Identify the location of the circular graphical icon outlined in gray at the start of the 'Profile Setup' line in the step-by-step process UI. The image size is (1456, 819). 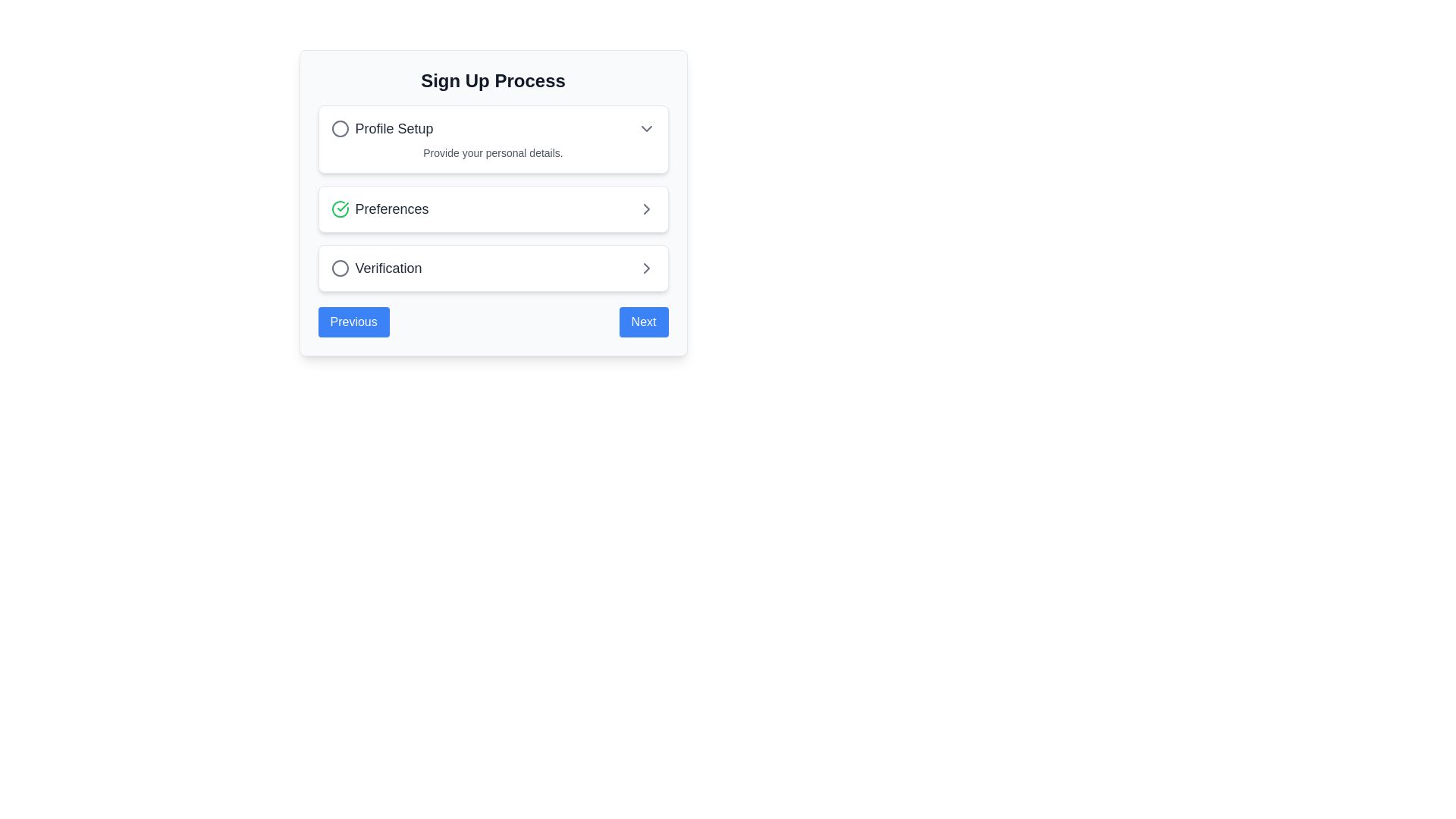
(339, 127).